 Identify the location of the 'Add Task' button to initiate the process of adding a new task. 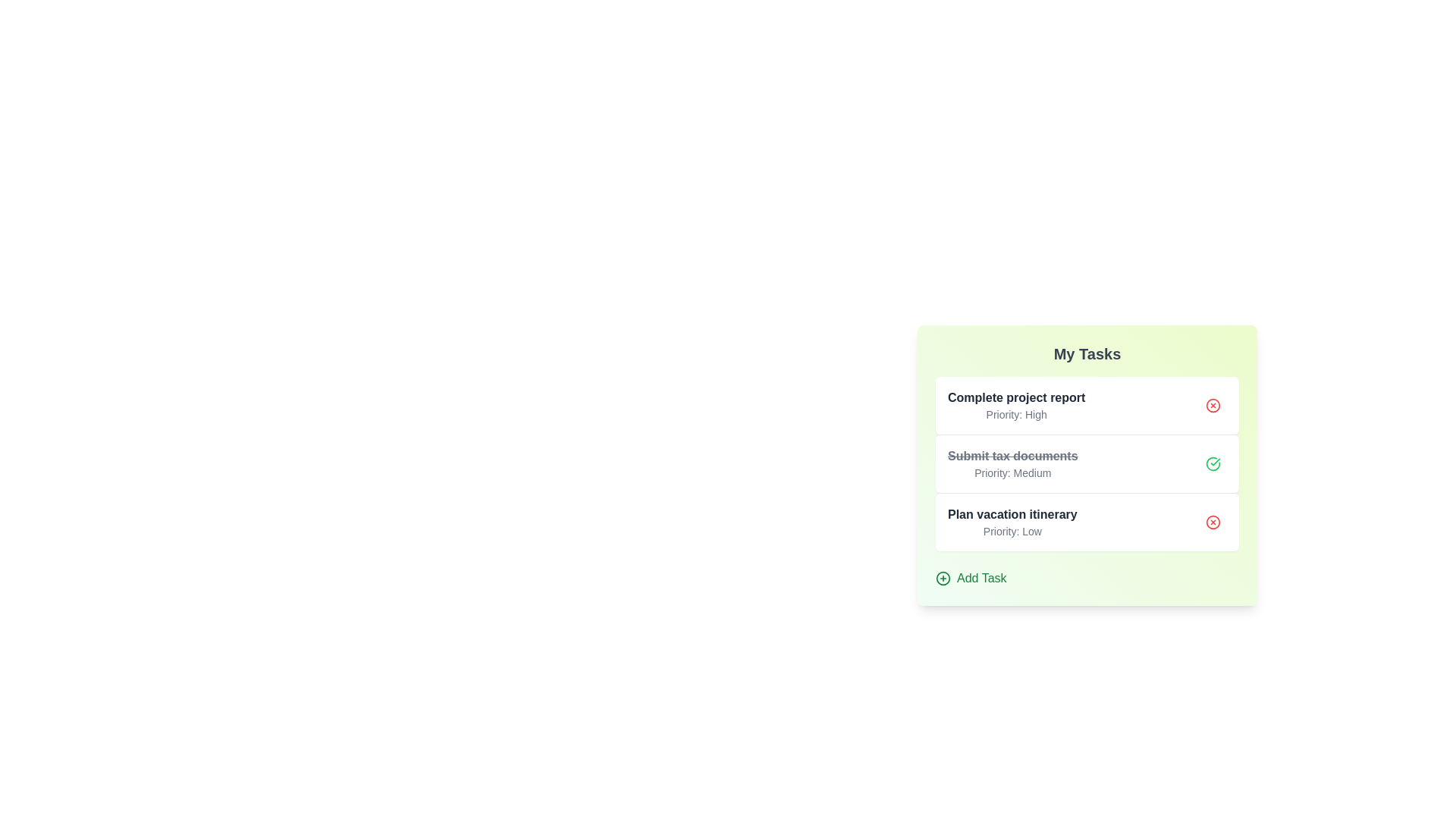
(971, 579).